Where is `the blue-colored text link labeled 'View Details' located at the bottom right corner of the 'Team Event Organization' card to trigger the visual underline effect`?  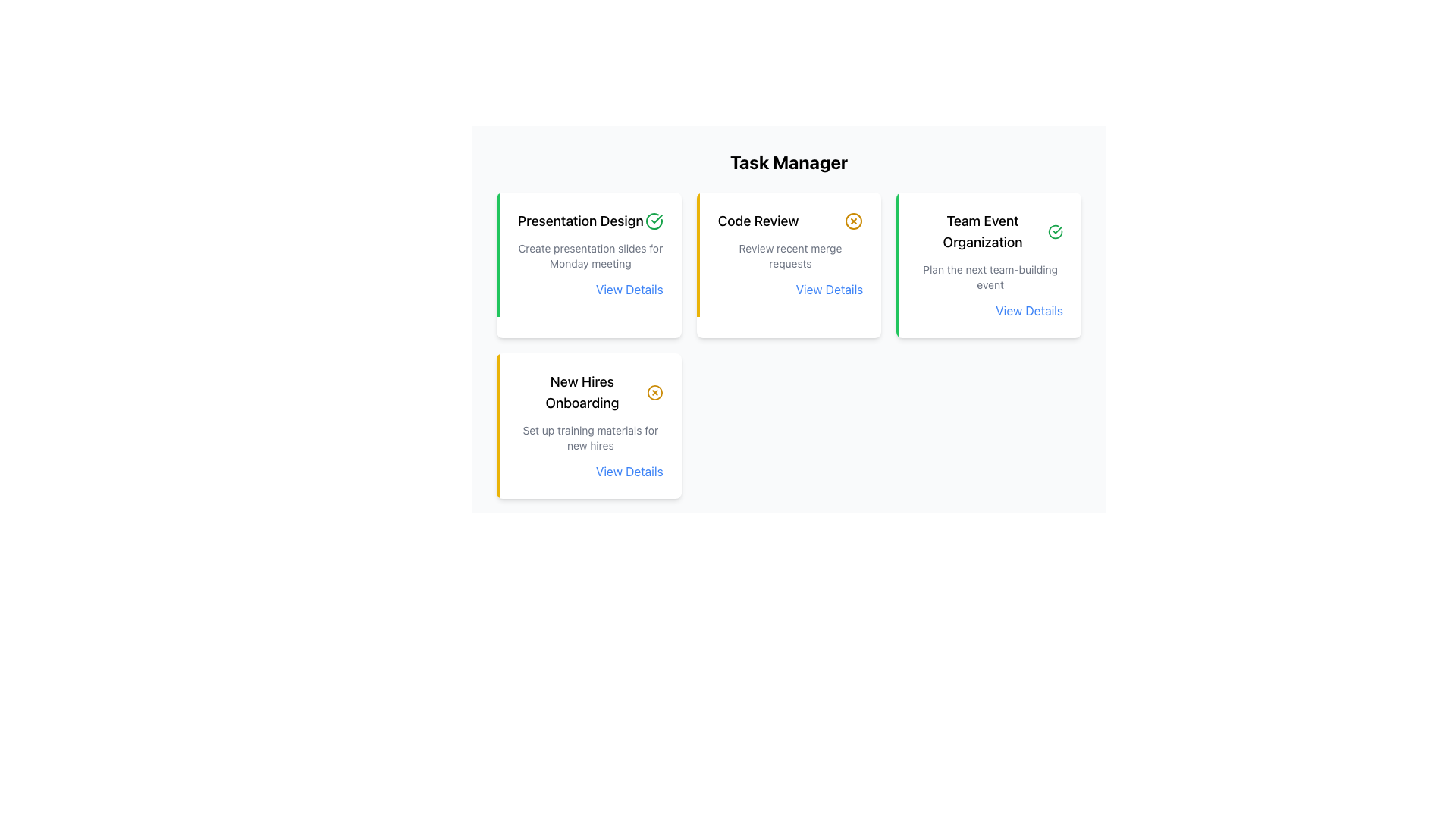 the blue-colored text link labeled 'View Details' located at the bottom right corner of the 'Team Event Organization' card to trigger the visual underline effect is located at coordinates (1029, 309).